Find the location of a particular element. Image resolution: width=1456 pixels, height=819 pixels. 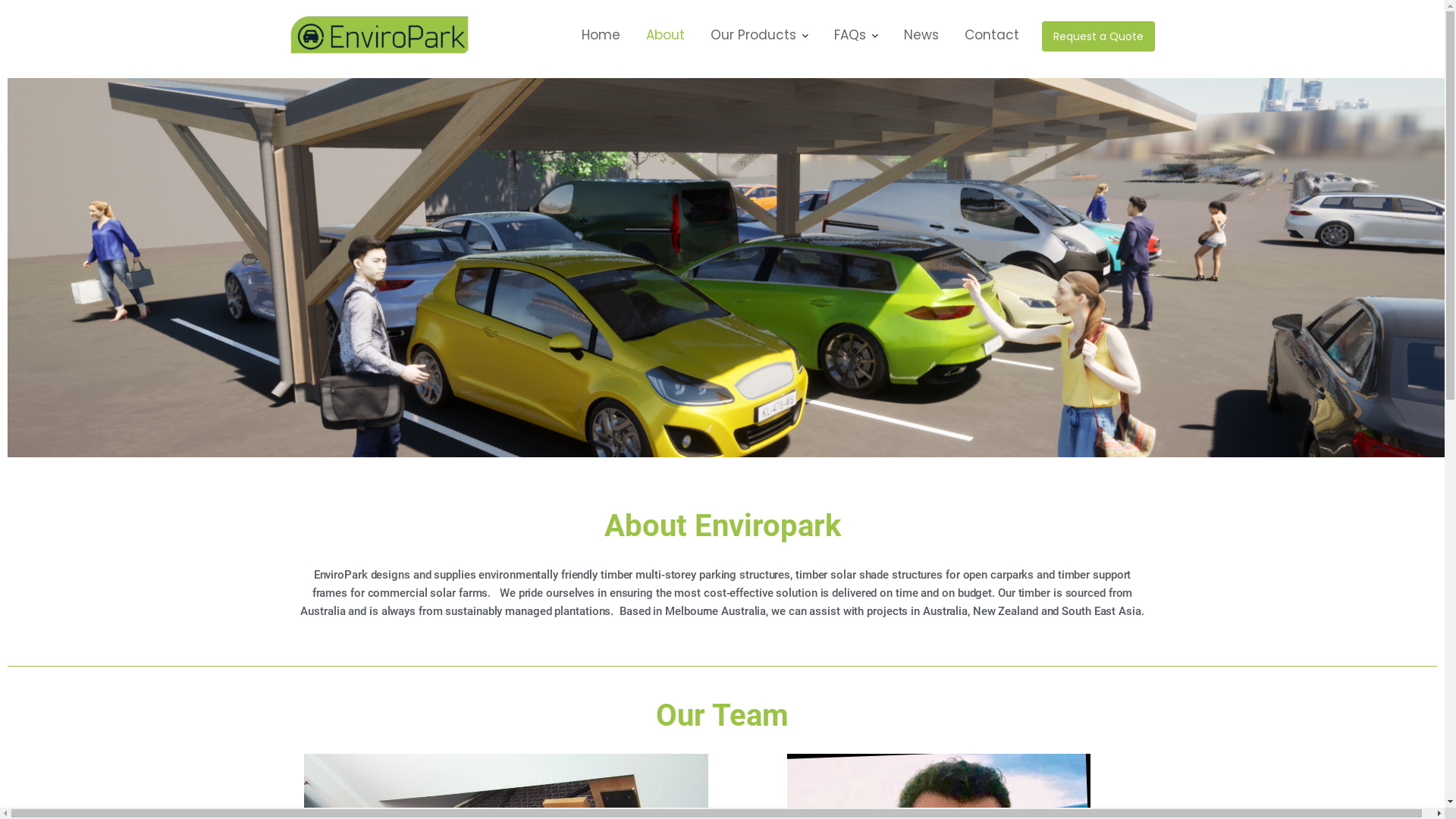

'About' is located at coordinates (633, 34).